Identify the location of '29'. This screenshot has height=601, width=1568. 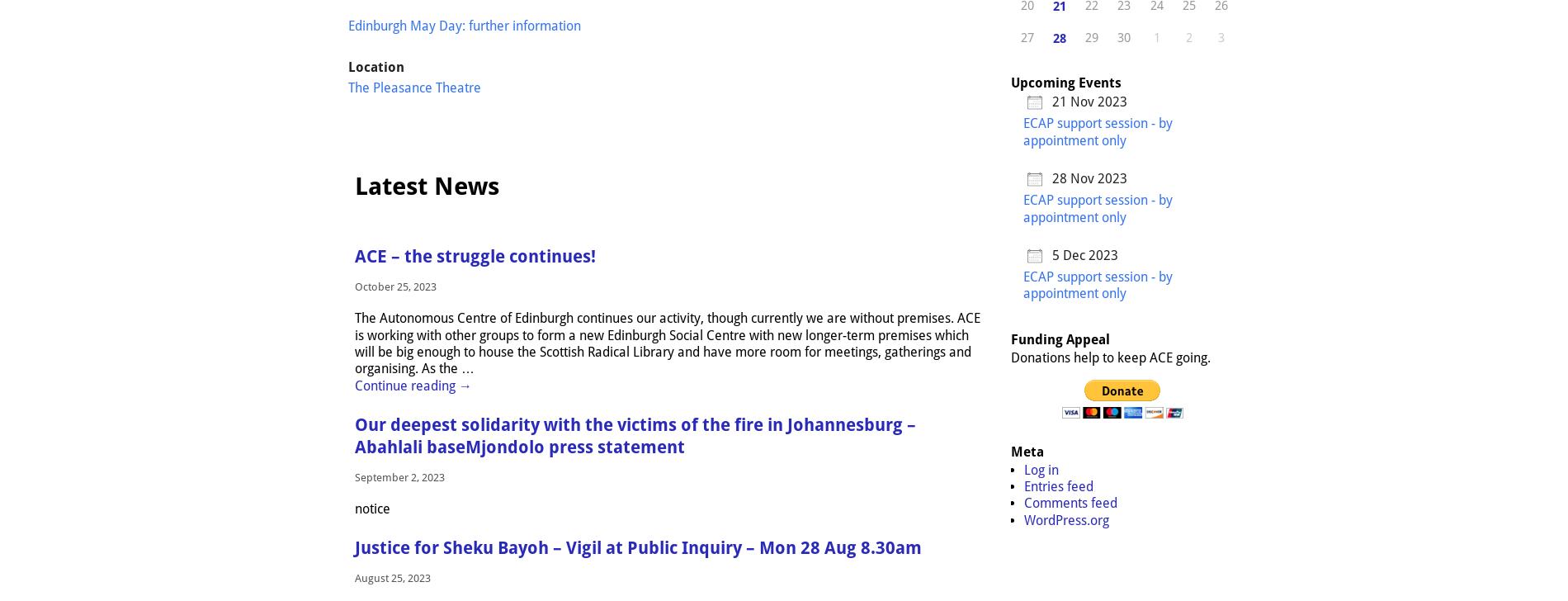
(1084, 36).